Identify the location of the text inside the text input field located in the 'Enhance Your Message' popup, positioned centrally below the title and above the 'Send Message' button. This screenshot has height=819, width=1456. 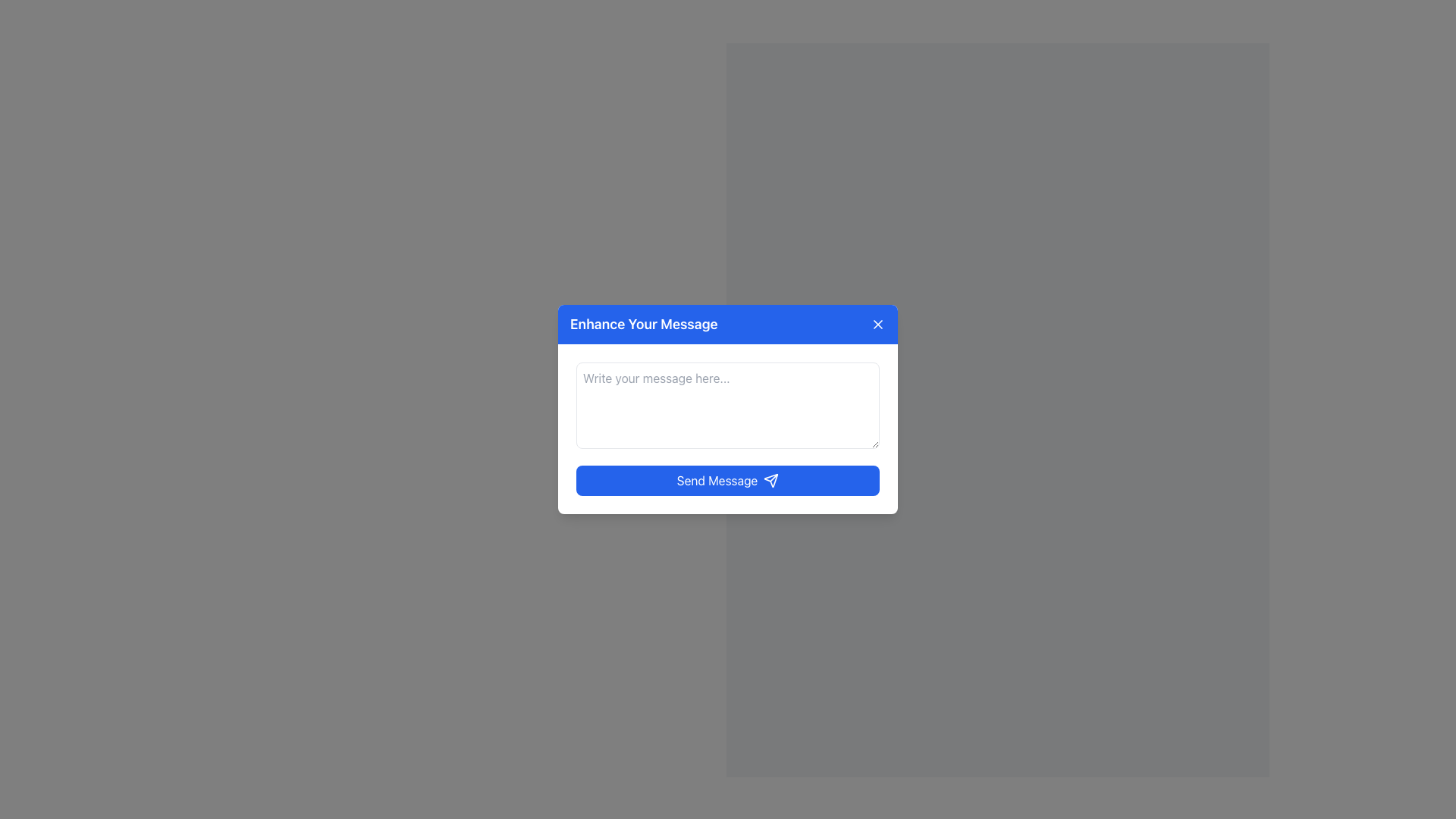
(728, 429).